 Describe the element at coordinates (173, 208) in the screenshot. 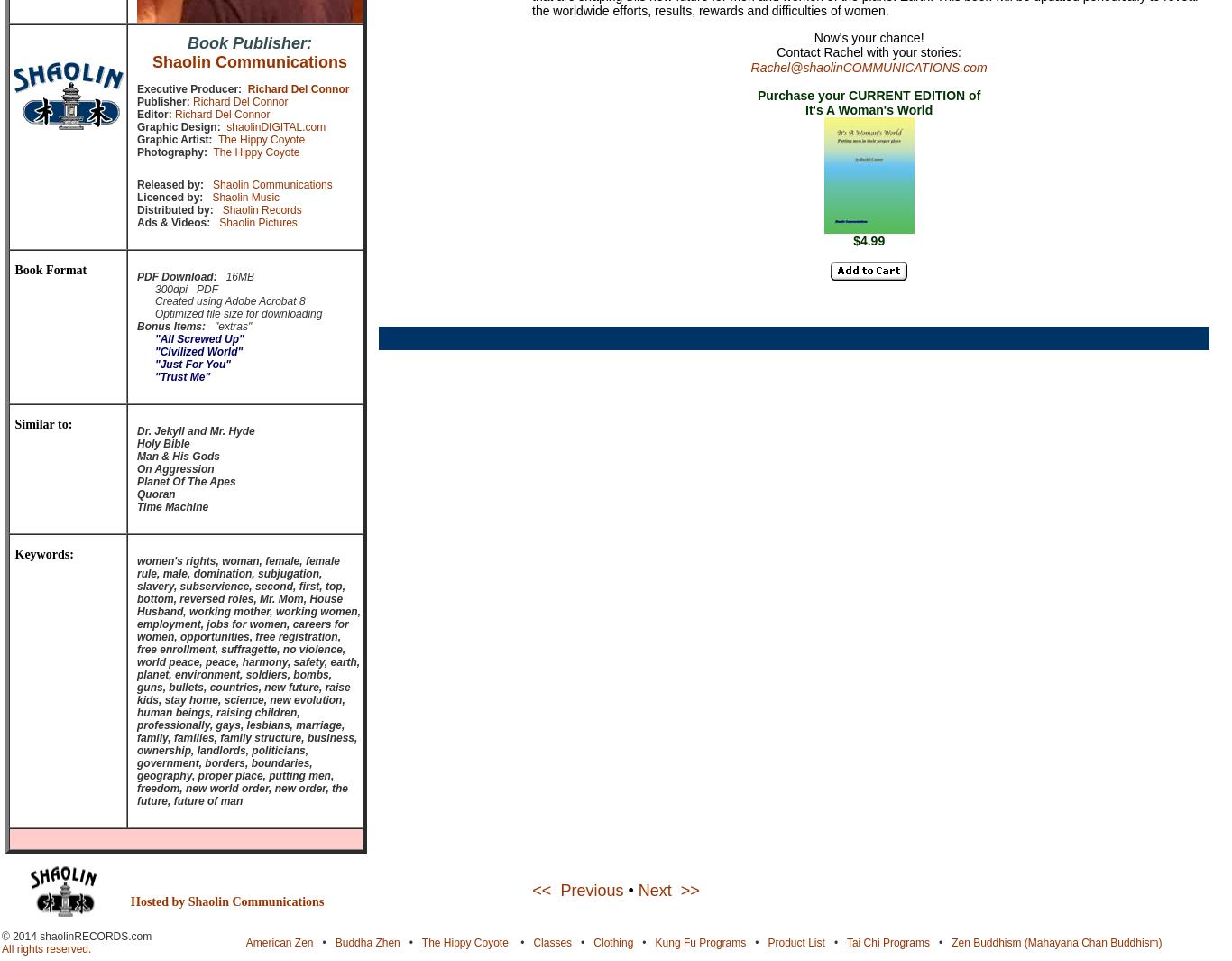

I see `'Distributed by:'` at that location.